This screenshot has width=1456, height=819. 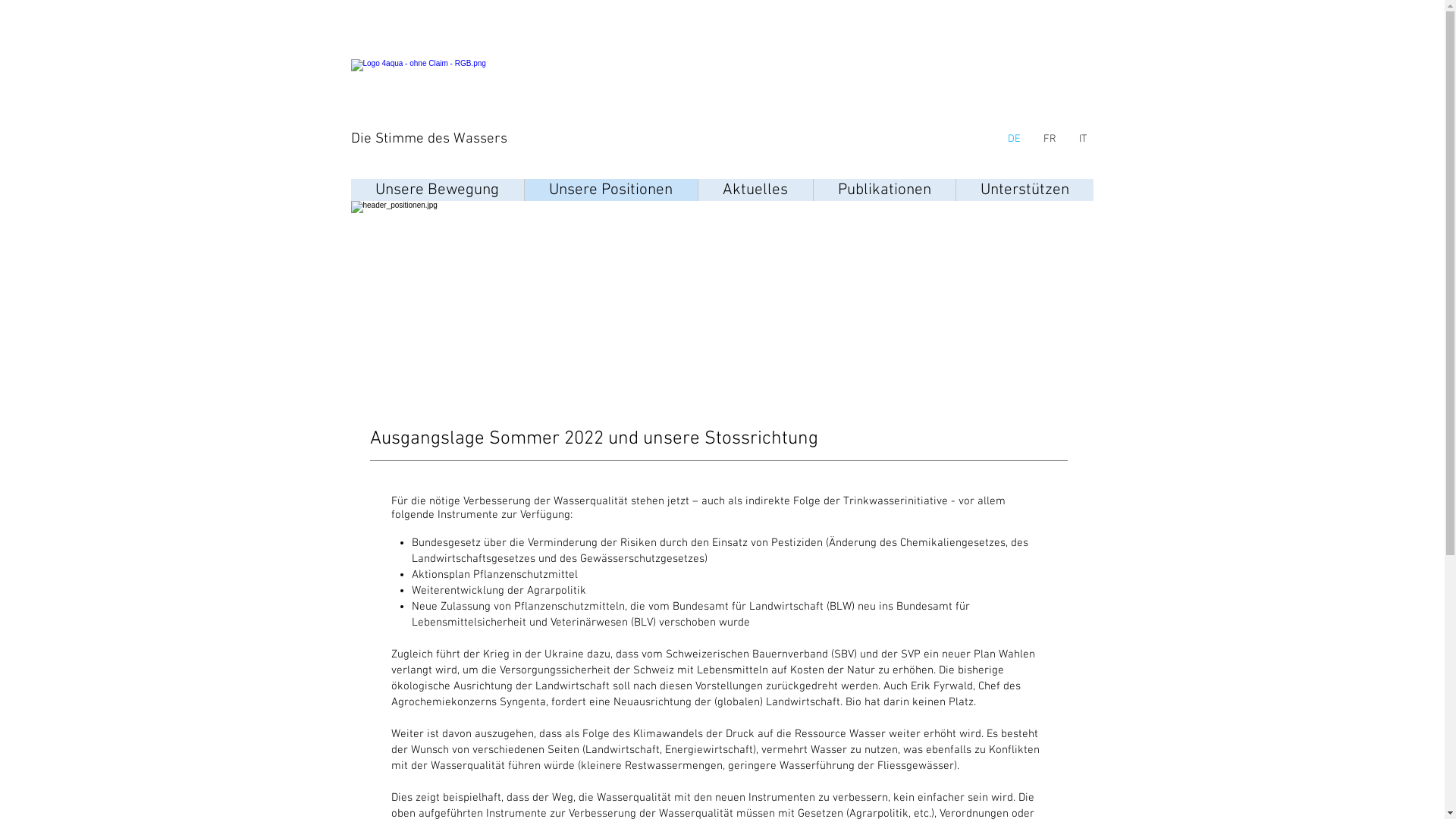 I want to click on 'Unsere Bewegung', so click(x=436, y=189).